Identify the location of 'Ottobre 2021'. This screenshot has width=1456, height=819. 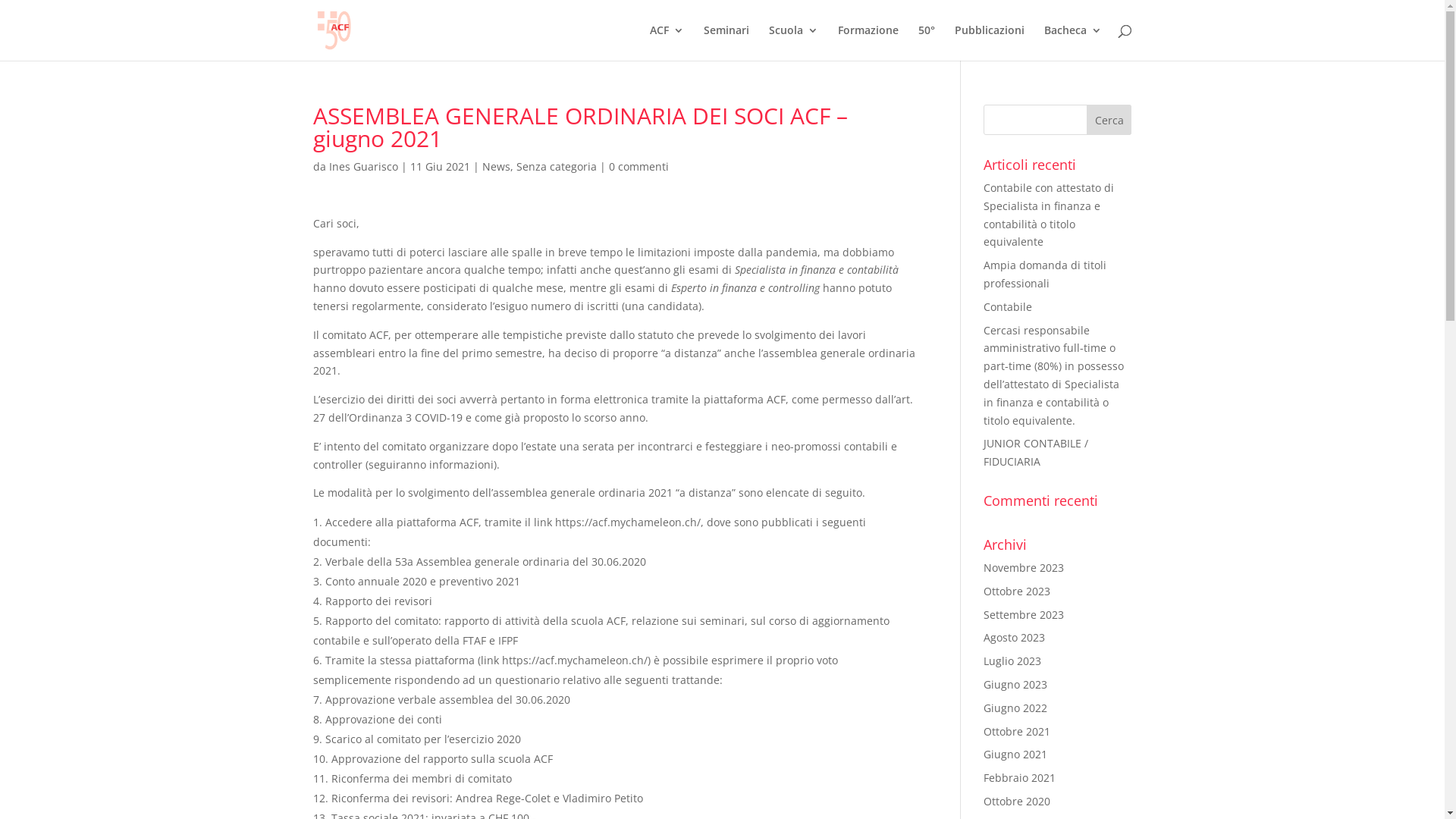
(1016, 730).